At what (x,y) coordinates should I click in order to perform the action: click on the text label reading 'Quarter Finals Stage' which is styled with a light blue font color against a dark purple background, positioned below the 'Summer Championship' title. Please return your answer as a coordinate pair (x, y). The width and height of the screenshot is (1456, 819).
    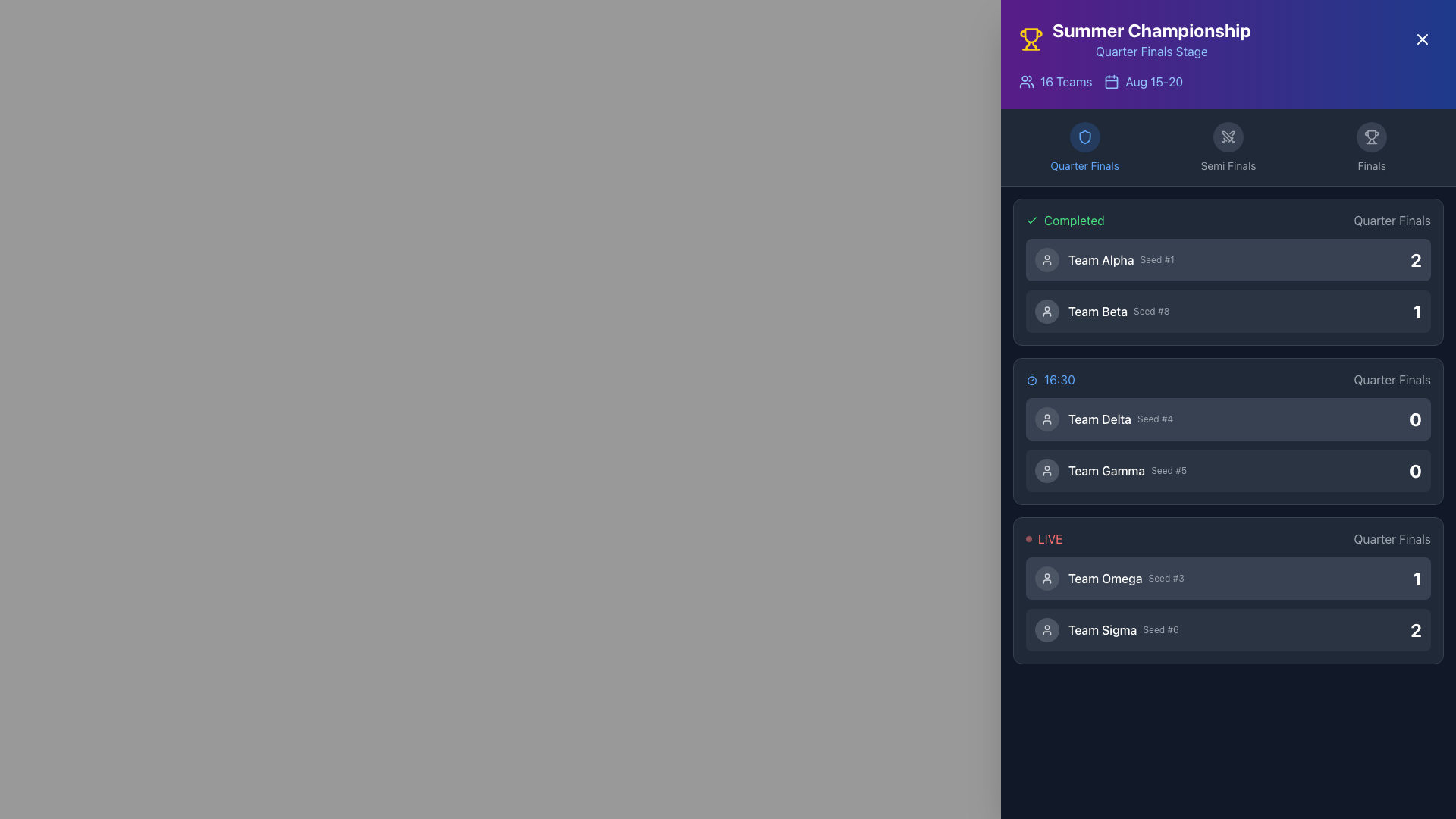
    Looking at the image, I should click on (1151, 51).